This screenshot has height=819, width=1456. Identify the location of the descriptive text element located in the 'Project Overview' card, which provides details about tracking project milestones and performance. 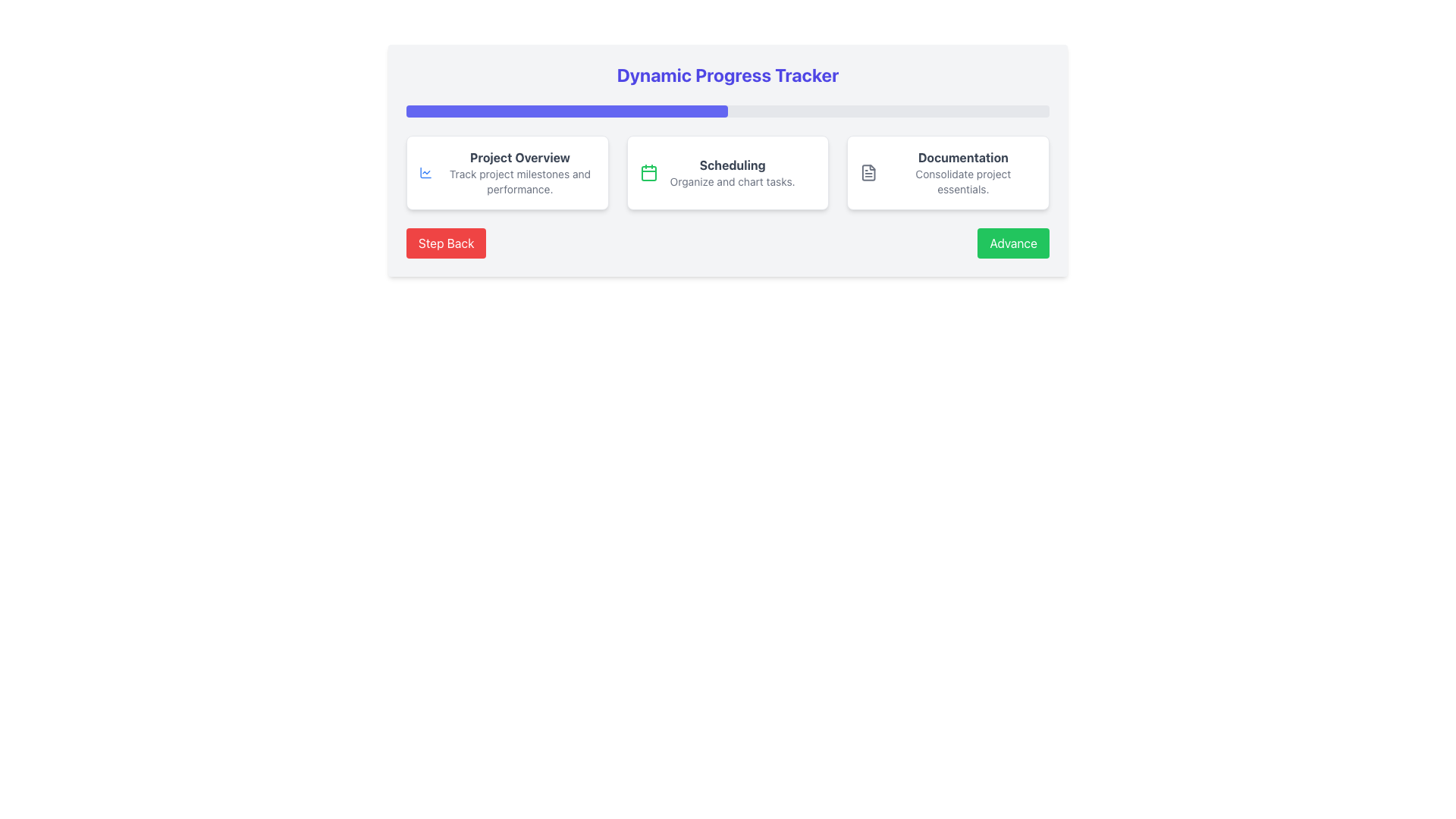
(520, 180).